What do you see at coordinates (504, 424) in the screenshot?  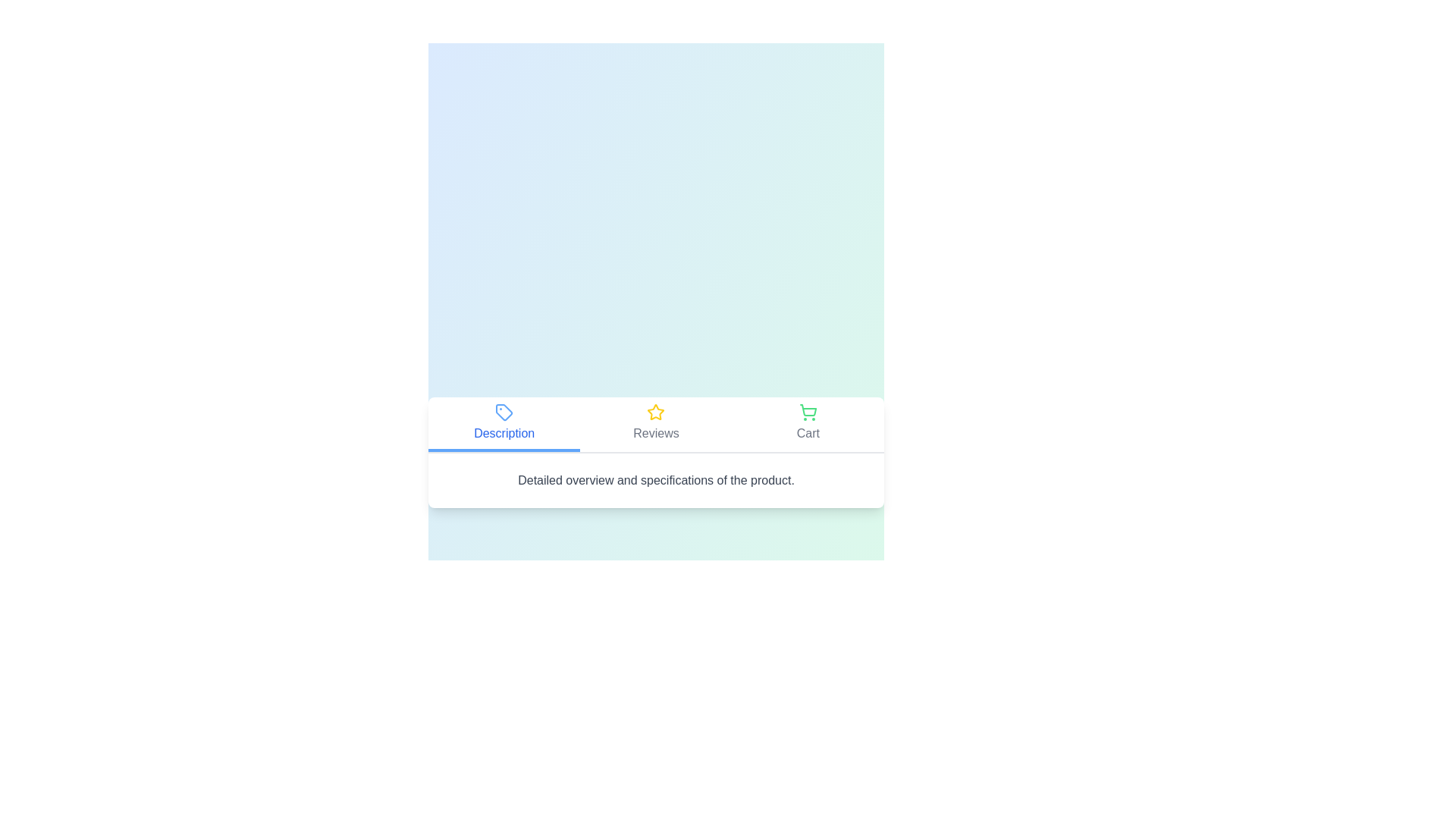 I see `the Description tab` at bounding box center [504, 424].